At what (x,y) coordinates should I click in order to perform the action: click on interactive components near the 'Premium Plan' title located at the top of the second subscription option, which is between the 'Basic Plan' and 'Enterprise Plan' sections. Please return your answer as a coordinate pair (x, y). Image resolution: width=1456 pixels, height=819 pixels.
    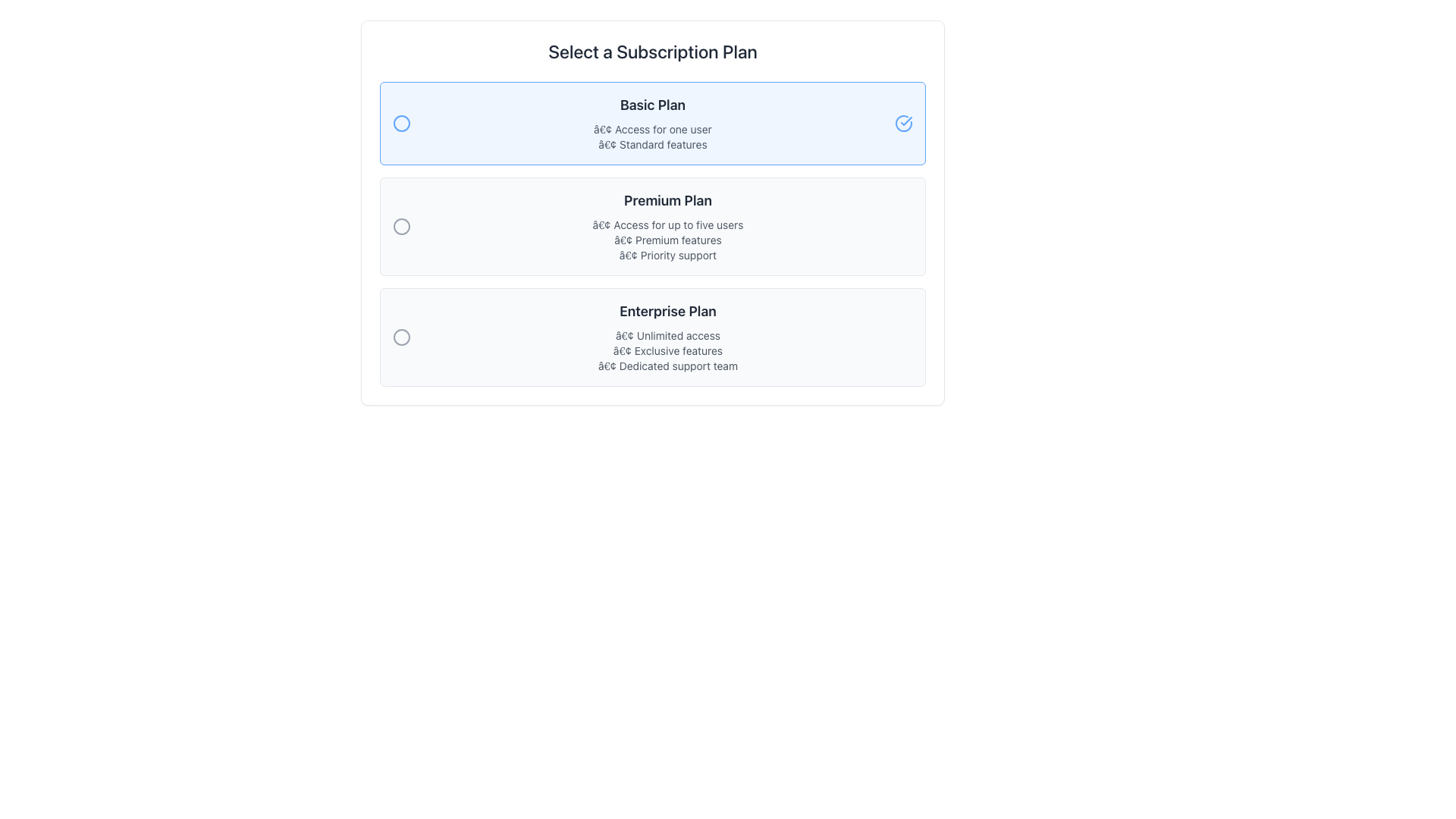
    Looking at the image, I should click on (667, 200).